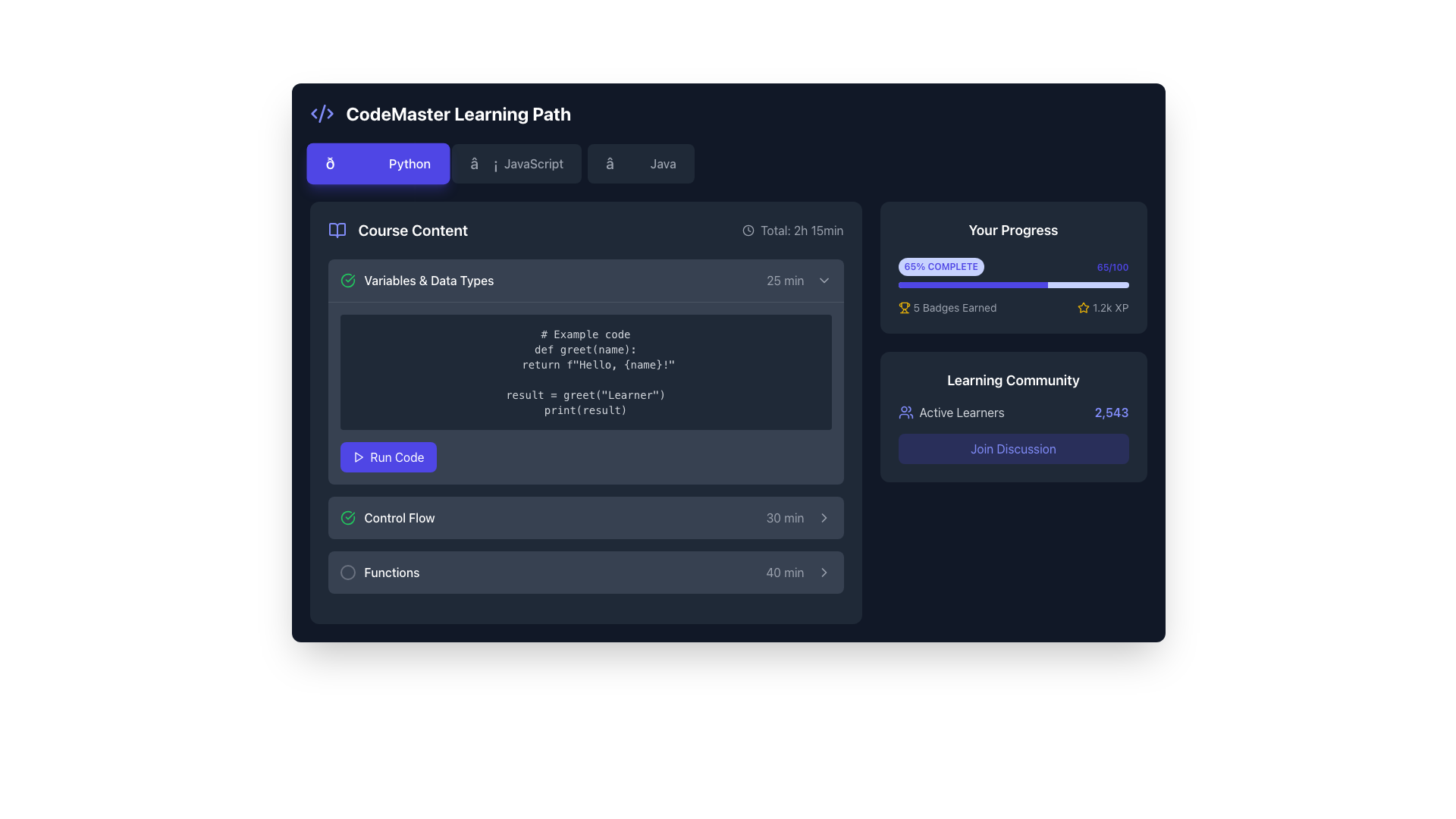 The width and height of the screenshot is (1456, 819). I want to click on the 'Active Learners' text label, which is styled in grayish hue and positioned to the right of a user icon in the 'Learning Community' section, so click(961, 412).